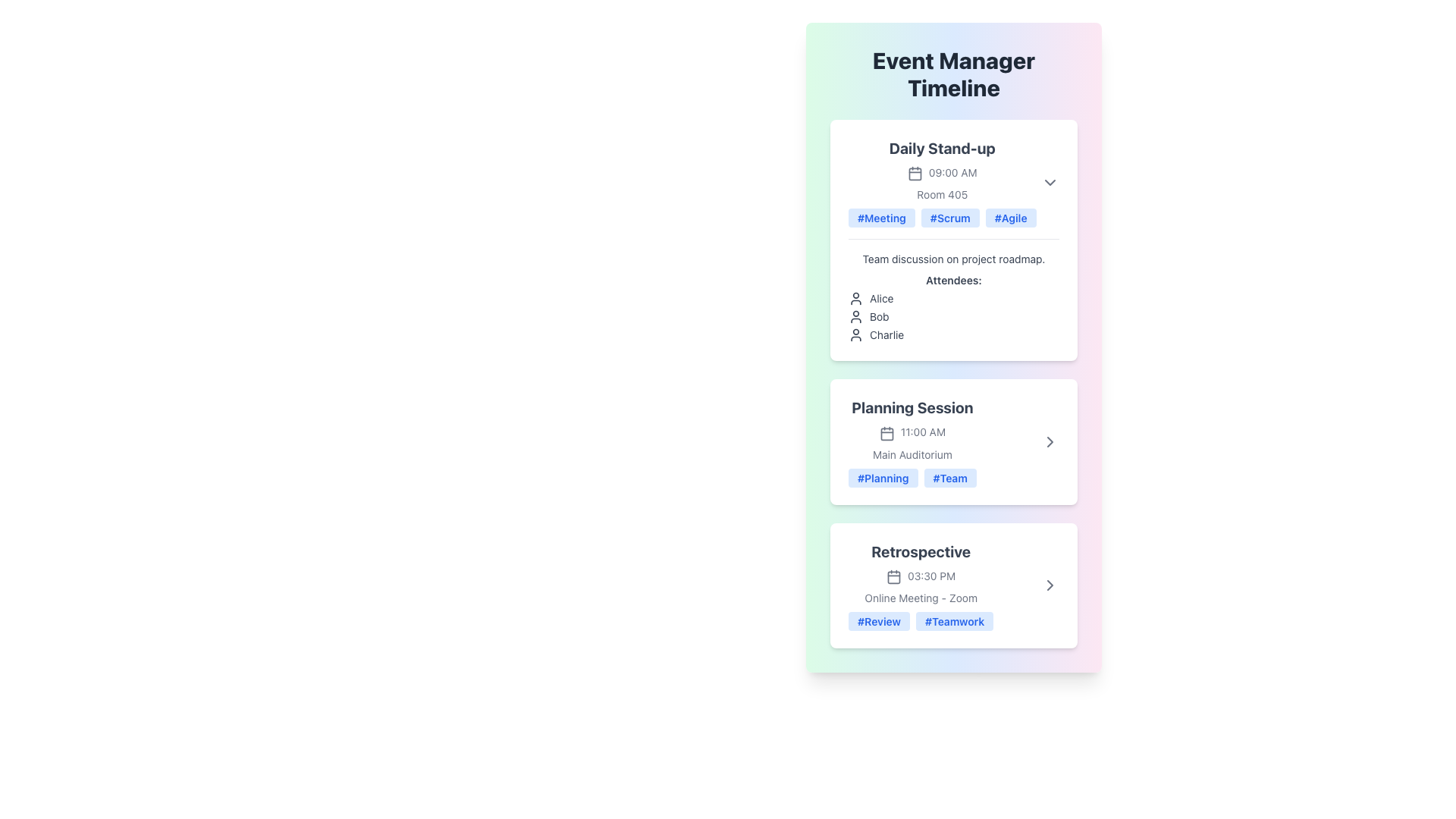 The image size is (1456, 819). What do you see at coordinates (941, 194) in the screenshot?
I see `the Text Label that indicates the location of the 'Daily Stand-up' event, which is positioned below the '09:00 AM' label and calendar icon` at bounding box center [941, 194].